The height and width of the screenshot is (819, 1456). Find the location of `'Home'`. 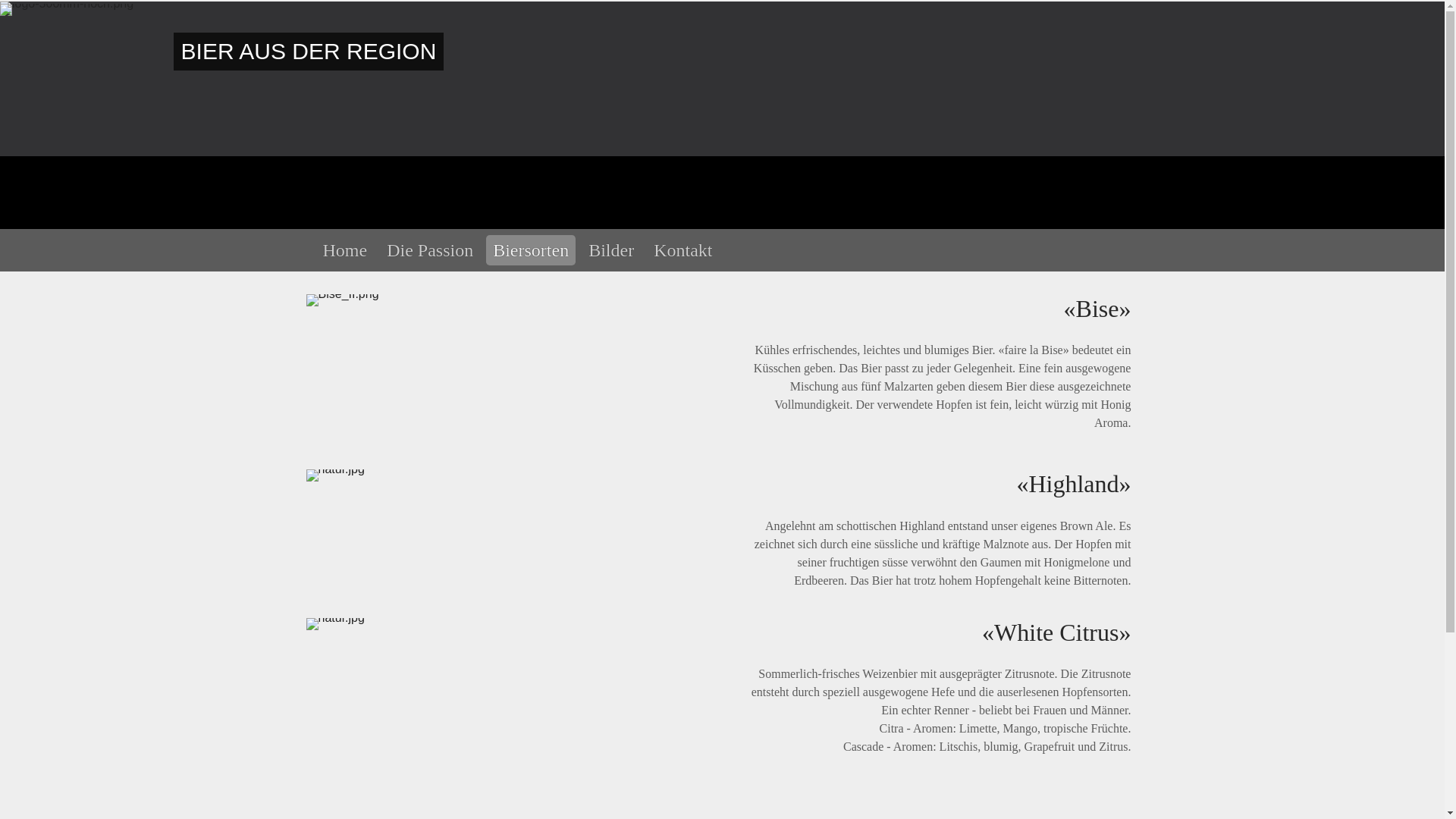

'Home' is located at coordinates (344, 249).